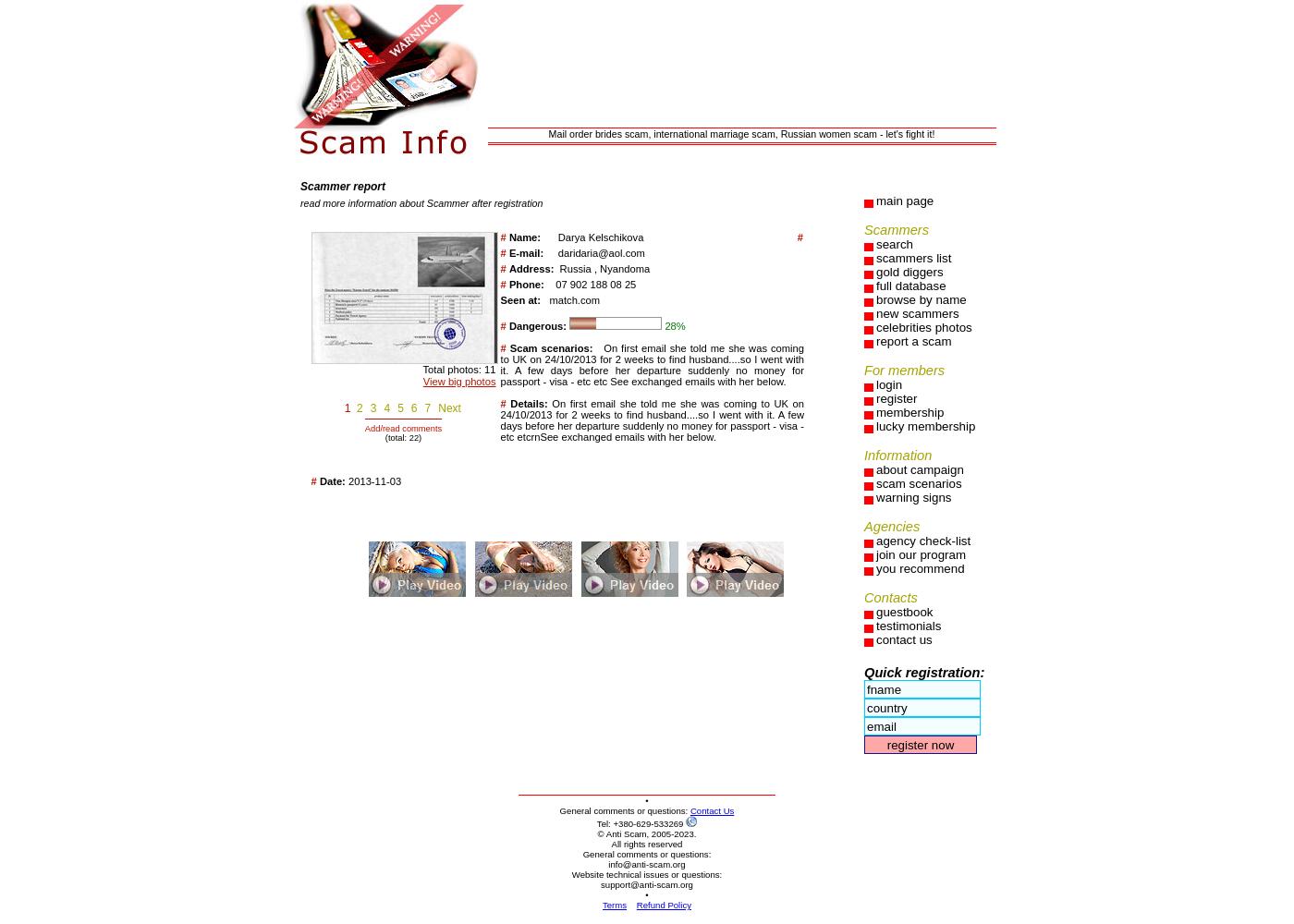 This screenshot has height=924, width=1294. Describe the element at coordinates (646, 873) in the screenshot. I see `'Website technical issues or questions:'` at that location.